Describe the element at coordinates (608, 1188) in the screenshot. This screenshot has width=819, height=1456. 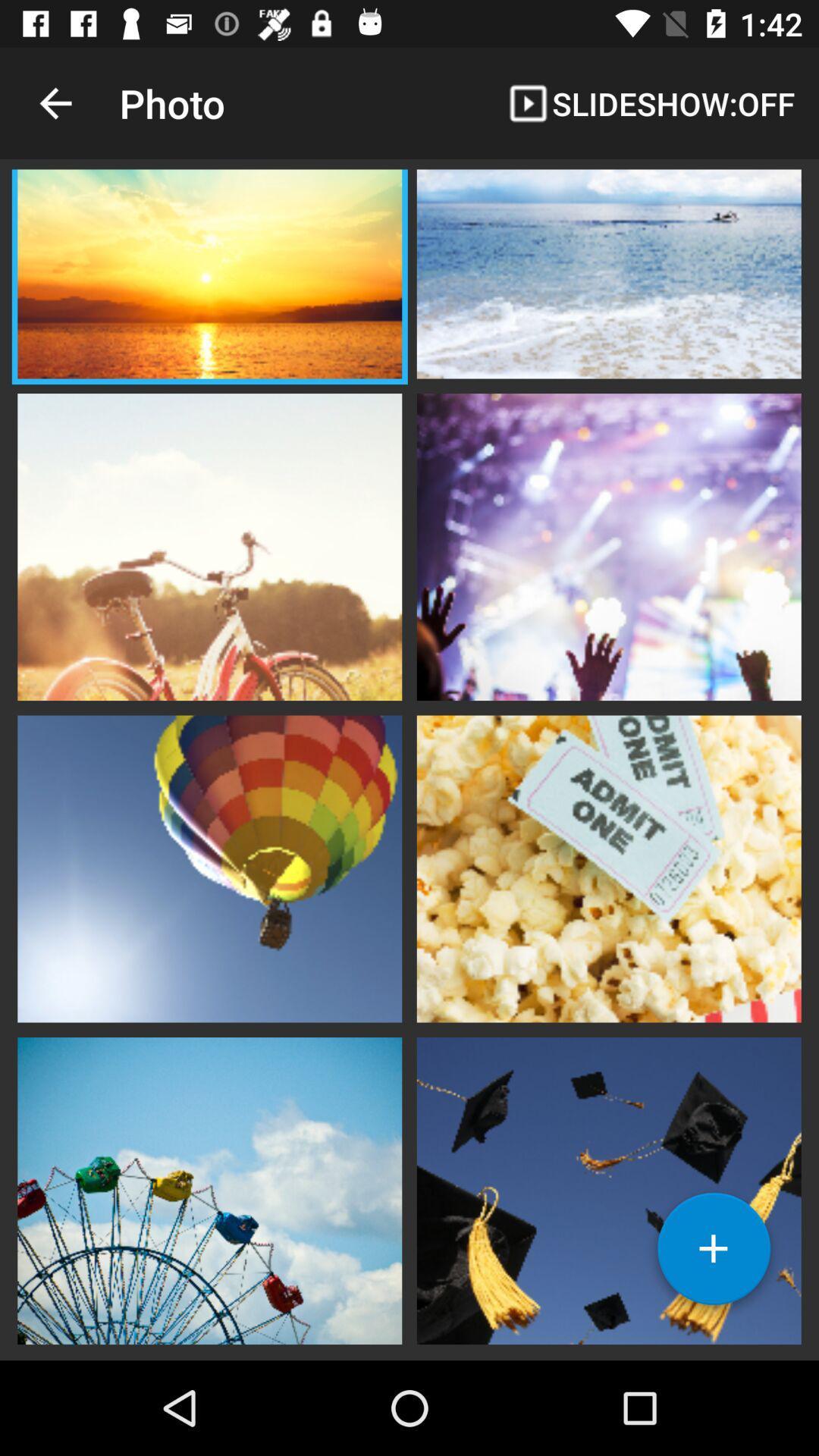
I see `picture` at that location.